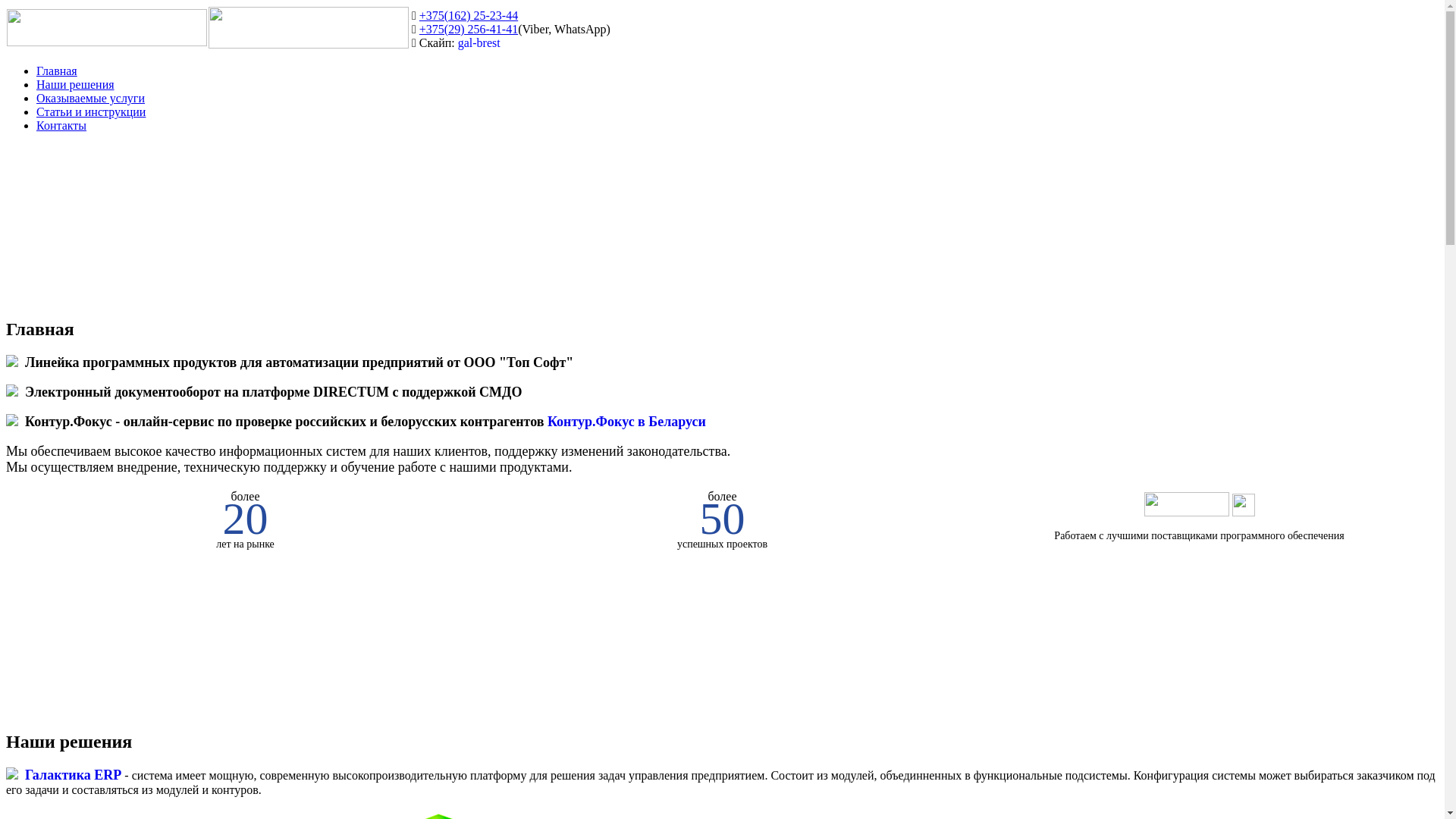 This screenshot has height=819, width=1456. Describe the element at coordinates (419, 29) in the screenshot. I see `'+375(29) 256-41-41'` at that location.